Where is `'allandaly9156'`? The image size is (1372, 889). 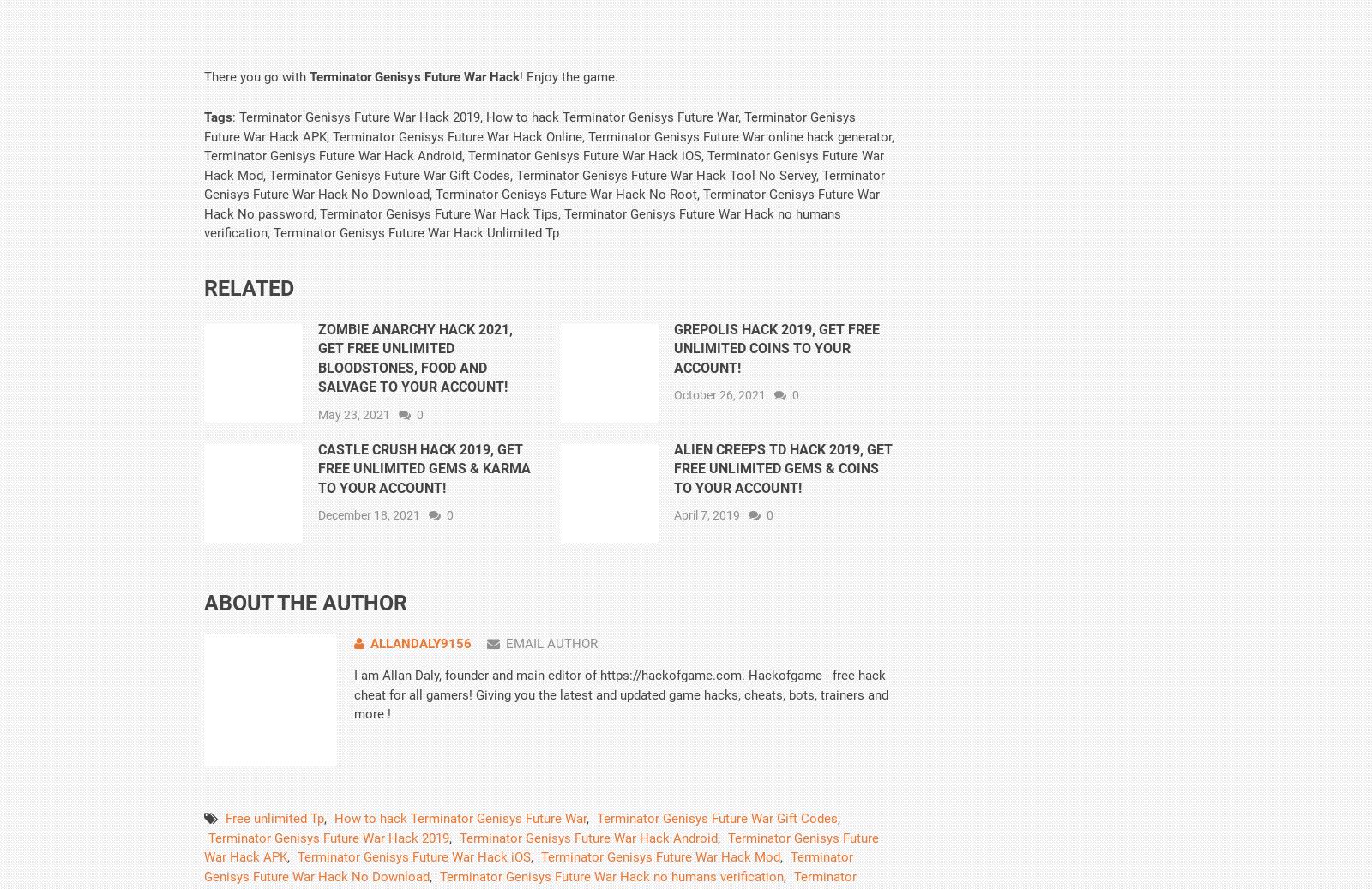 'allandaly9156' is located at coordinates (419, 642).